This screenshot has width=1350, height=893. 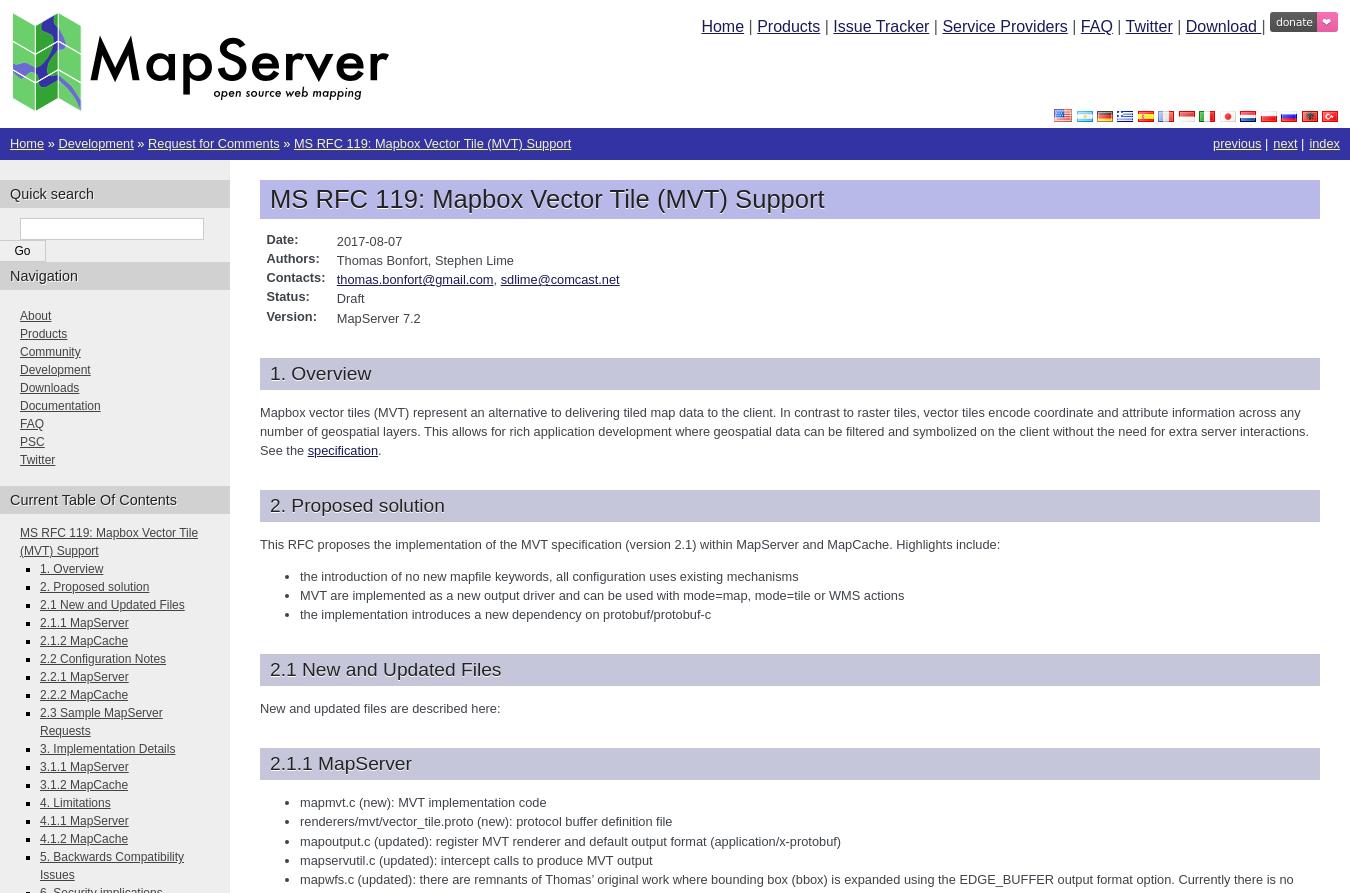 I want to click on '2.3 Sample MapServer Requests', so click(x=99, y=721).